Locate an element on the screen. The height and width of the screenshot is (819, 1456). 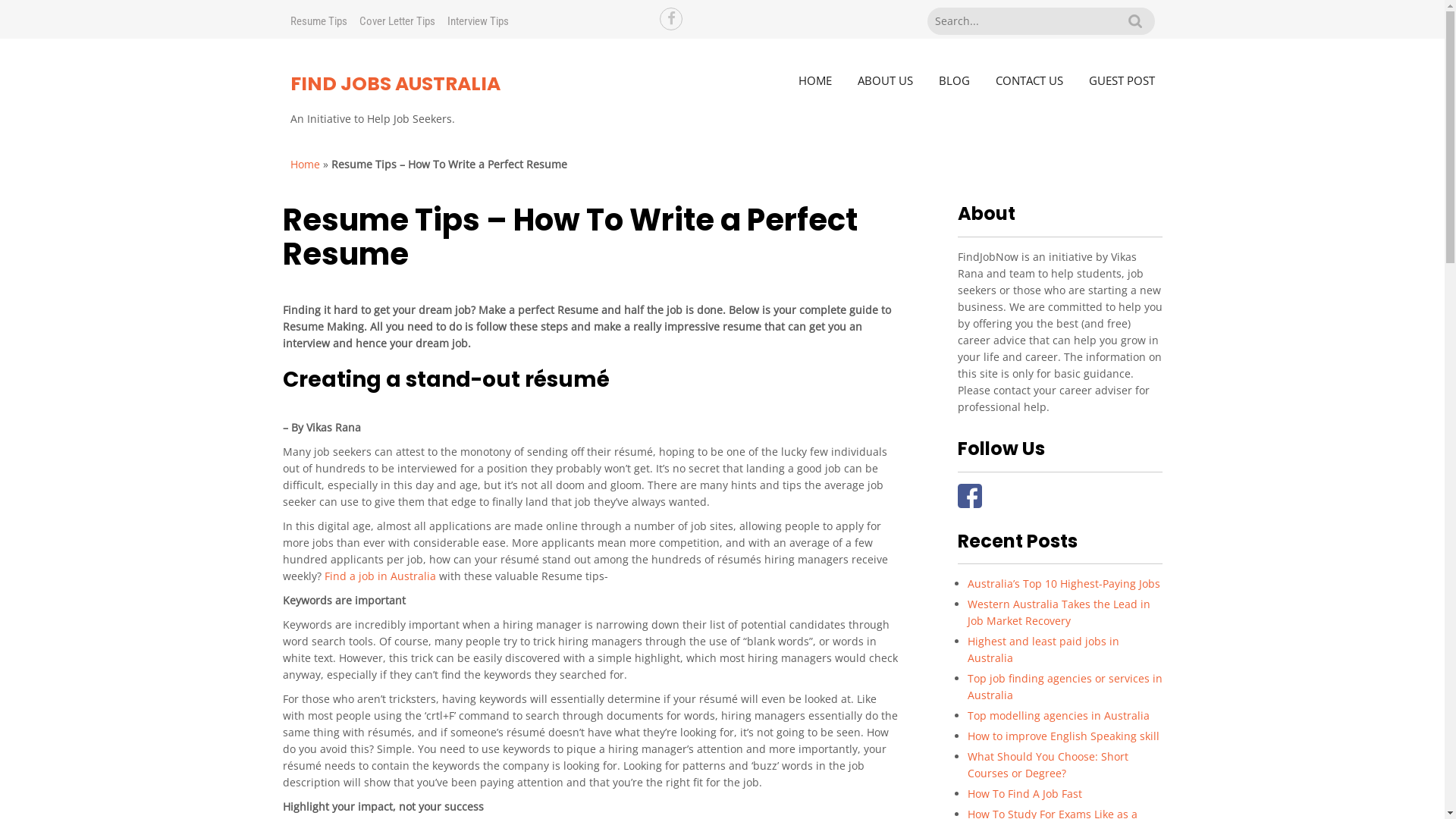
'Top job finding agencies or services in Australia' is located at coordinates (967, 686).